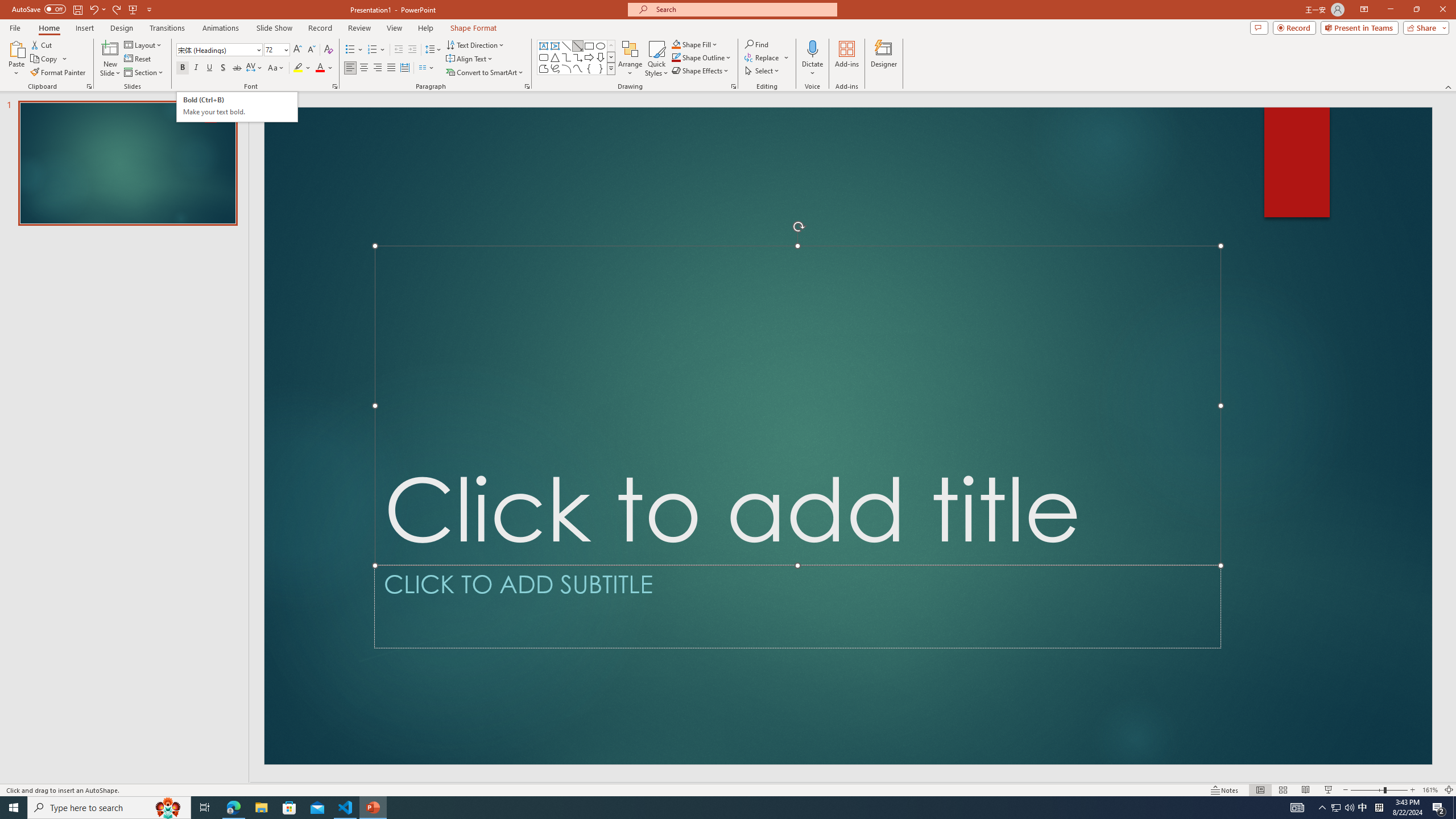 Image resolution: width=1456 pixels, height=819 pixels. I want to click on 'Replace...', so click(763, 56).